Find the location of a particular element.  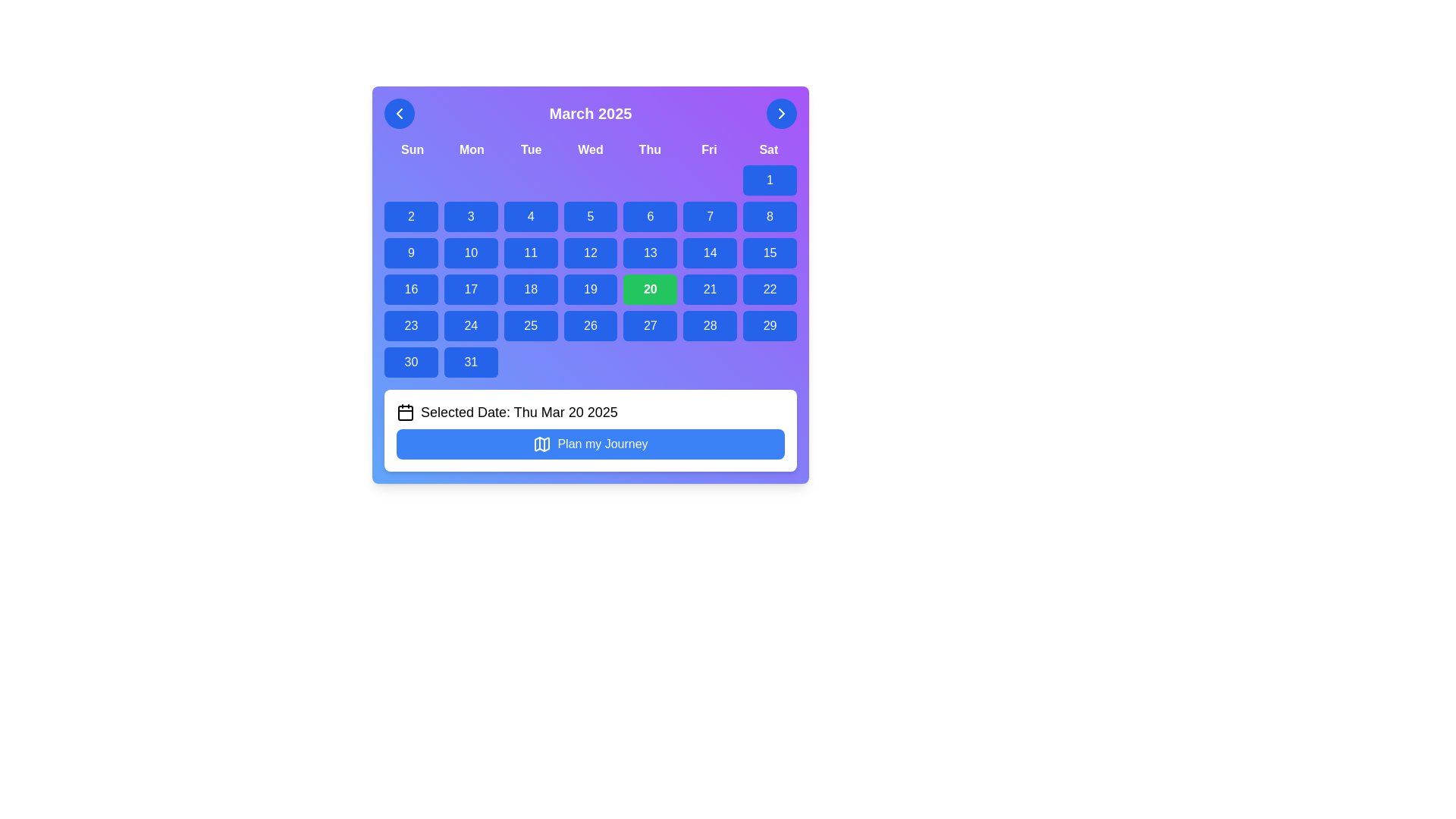

the icon within the circular button located in the upper left corner of the calendar interface is located at coordinates (400, 113).